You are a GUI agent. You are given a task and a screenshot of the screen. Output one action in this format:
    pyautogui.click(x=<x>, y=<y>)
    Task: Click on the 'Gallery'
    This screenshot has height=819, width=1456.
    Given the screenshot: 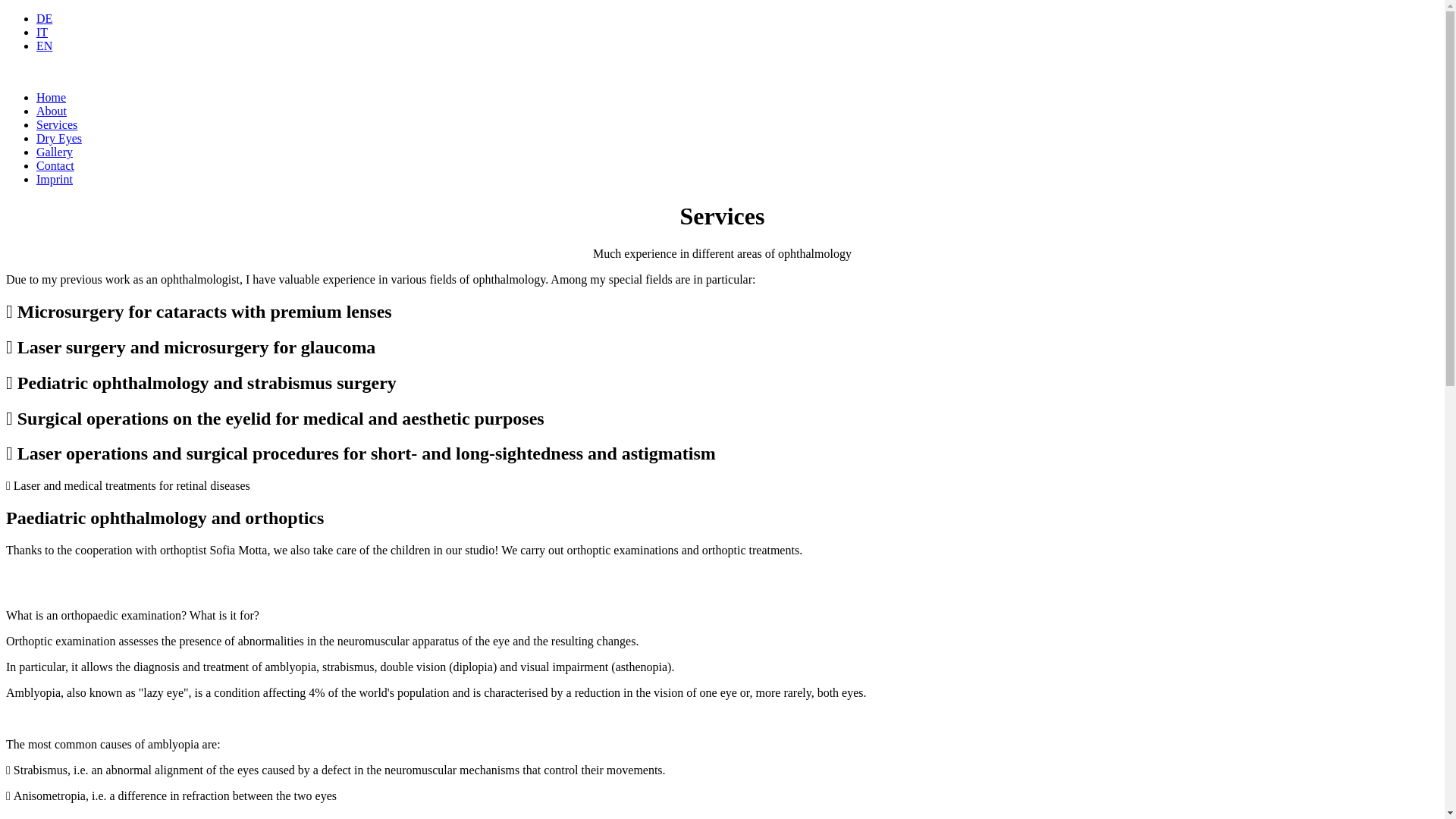 What is the action you would take?
    pyautogui.click(x=36, y=152)
    